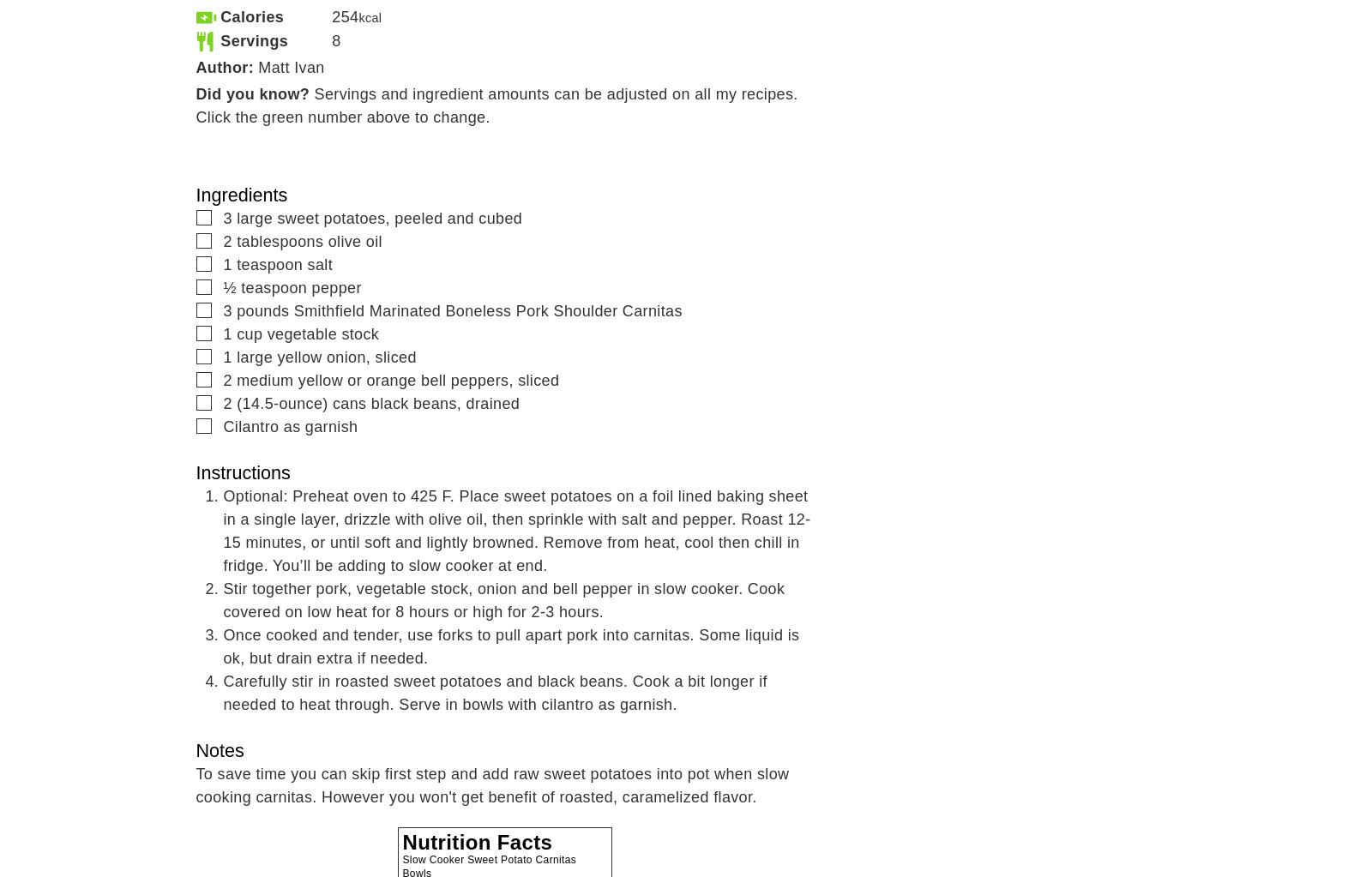  What do you see at coordinates (402, 379) in the screenshot?
I see `'yellow or orange bell peppers'` at bounding box center [402, 379].